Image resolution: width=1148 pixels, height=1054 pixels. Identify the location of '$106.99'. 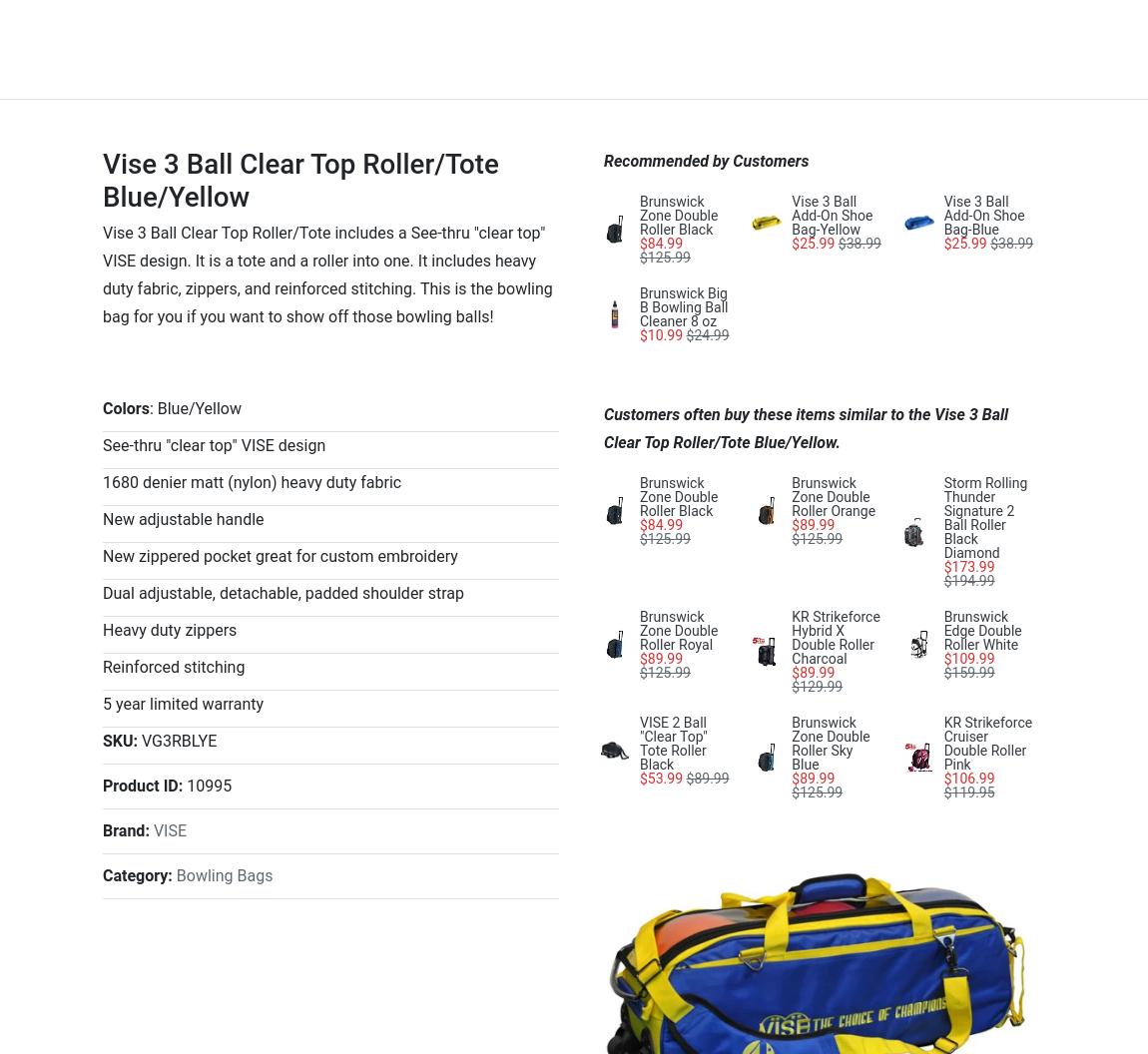
(968, 777).